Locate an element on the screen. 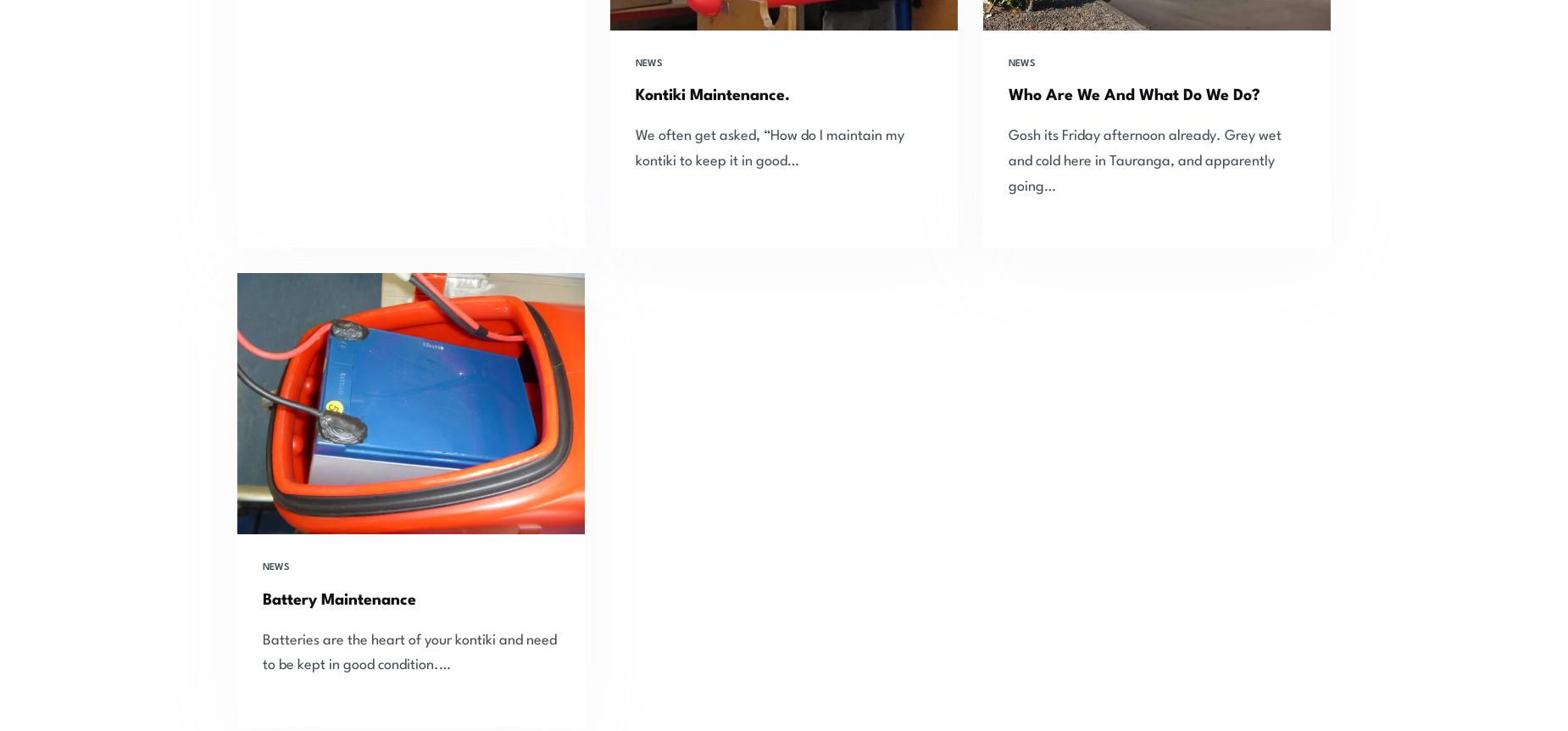 This screenshot has height=731, width=1568. 'Batteries & Chargers' is located at coordinates (731, 633).